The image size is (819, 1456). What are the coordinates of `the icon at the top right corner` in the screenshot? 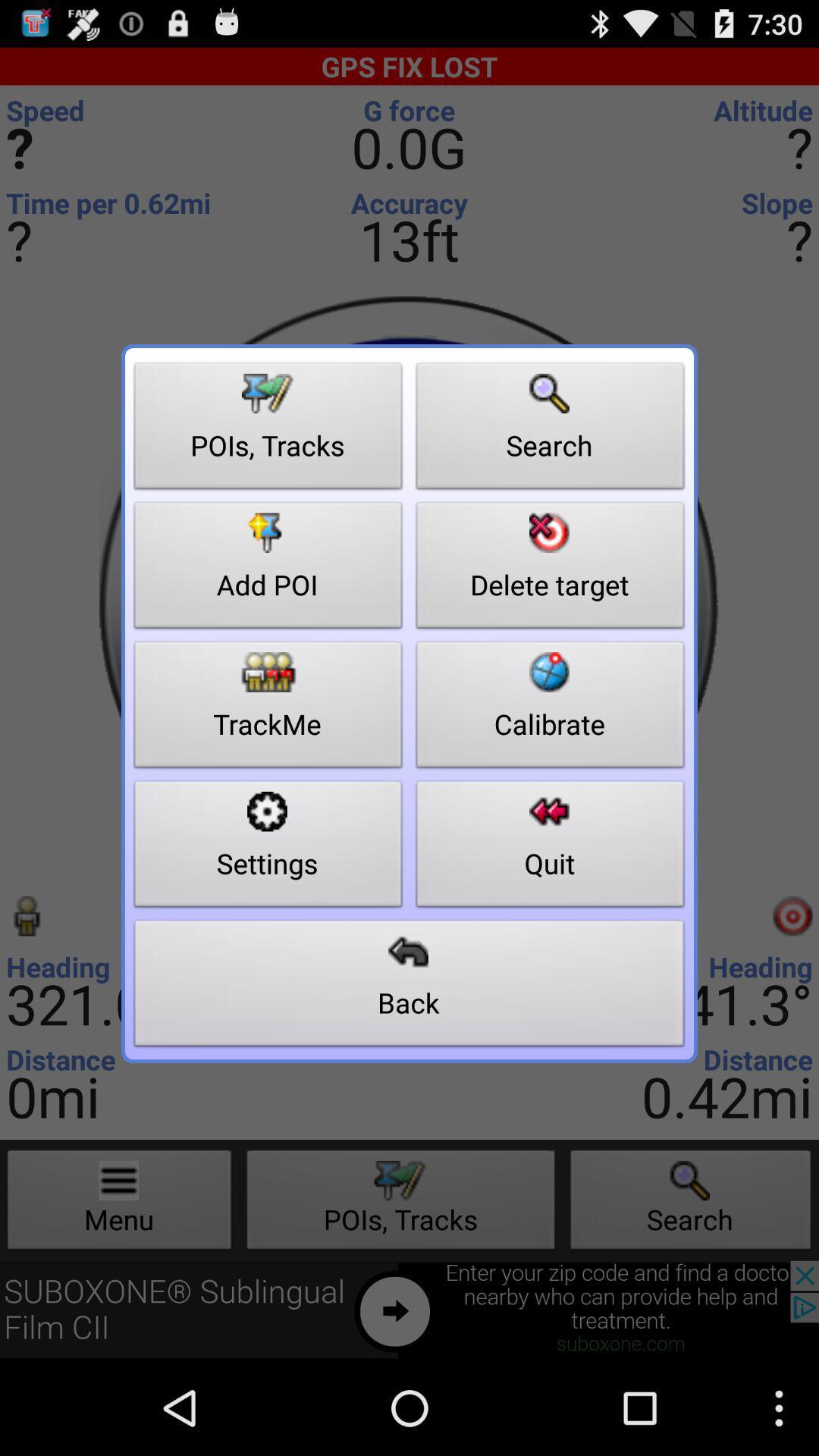 It's located at (550, 429).